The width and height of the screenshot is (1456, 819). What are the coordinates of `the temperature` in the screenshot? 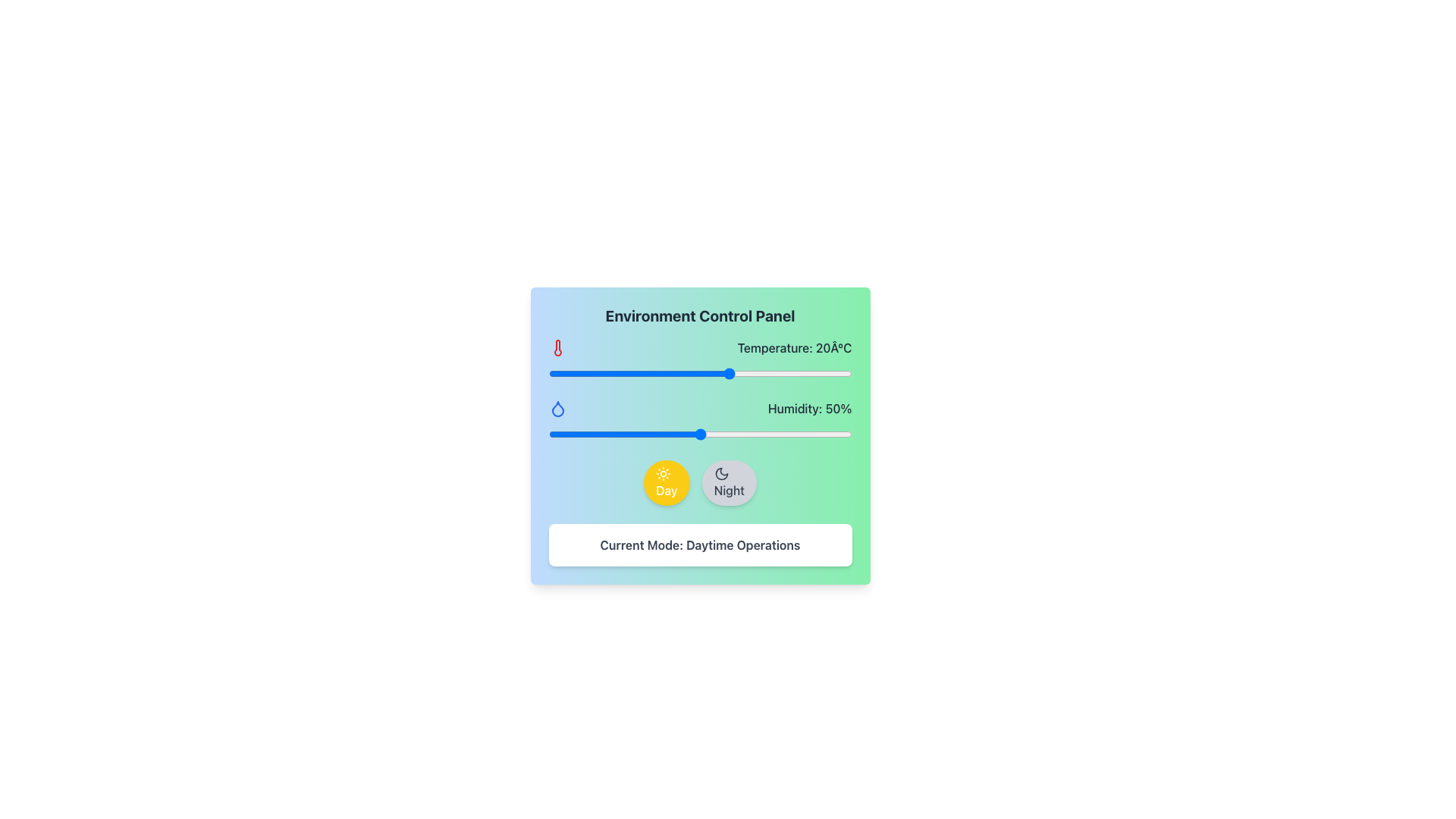 It's located at (736, 374).